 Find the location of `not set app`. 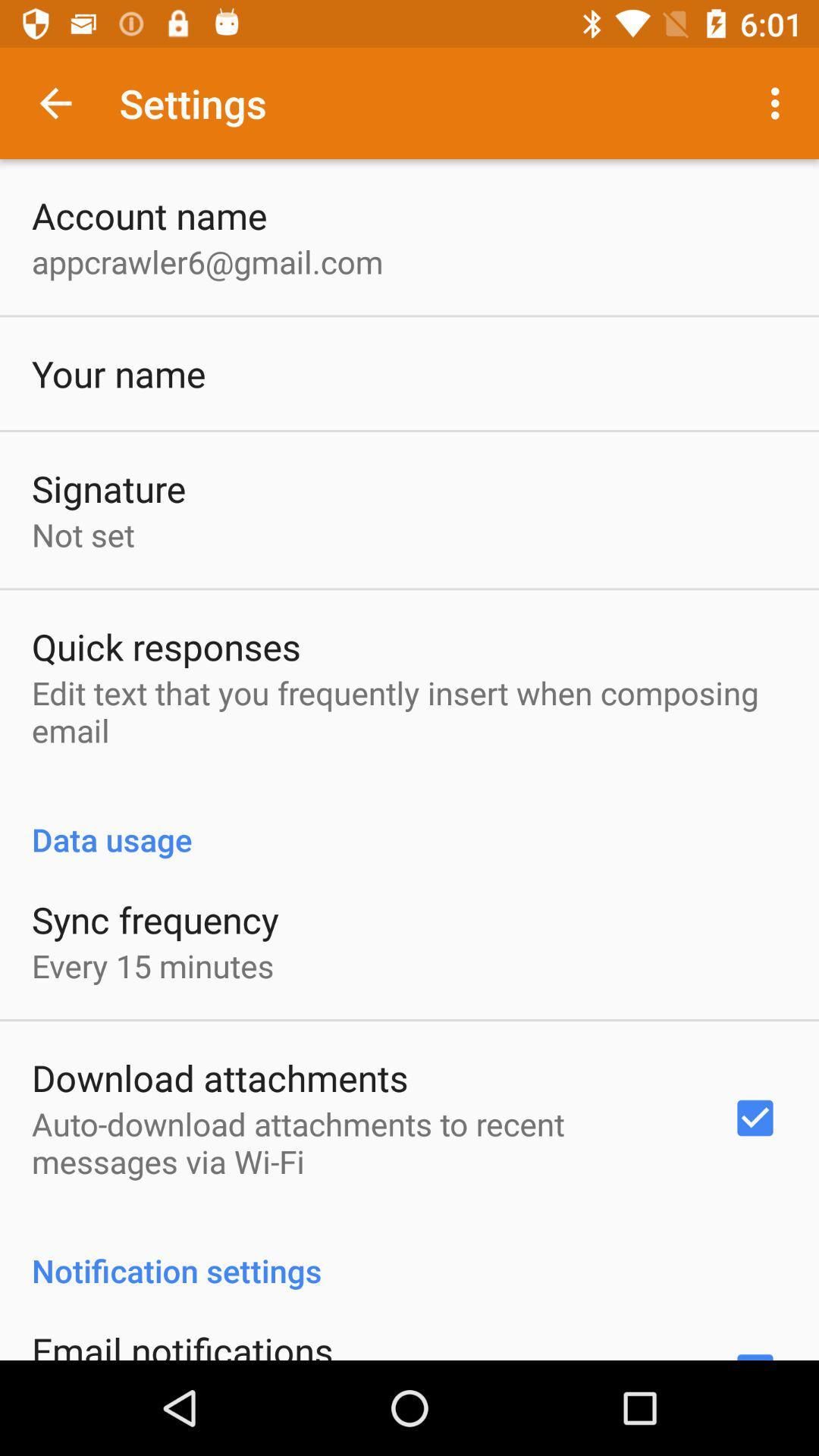

not set app is located at coordinates (83, 535).